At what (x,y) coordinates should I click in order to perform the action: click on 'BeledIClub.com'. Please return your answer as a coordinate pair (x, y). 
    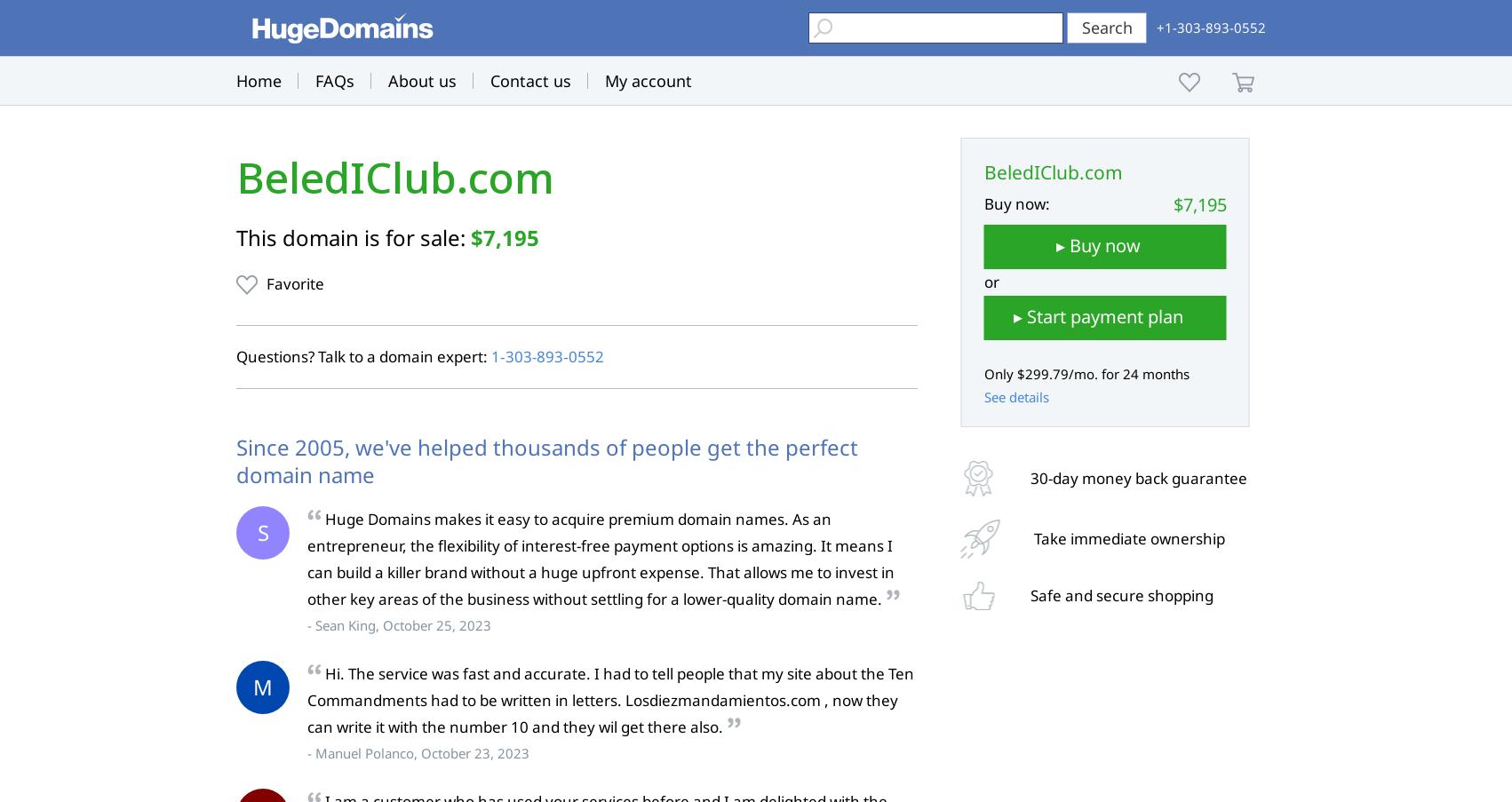
    Looking at the image, I should click on (394, 178).